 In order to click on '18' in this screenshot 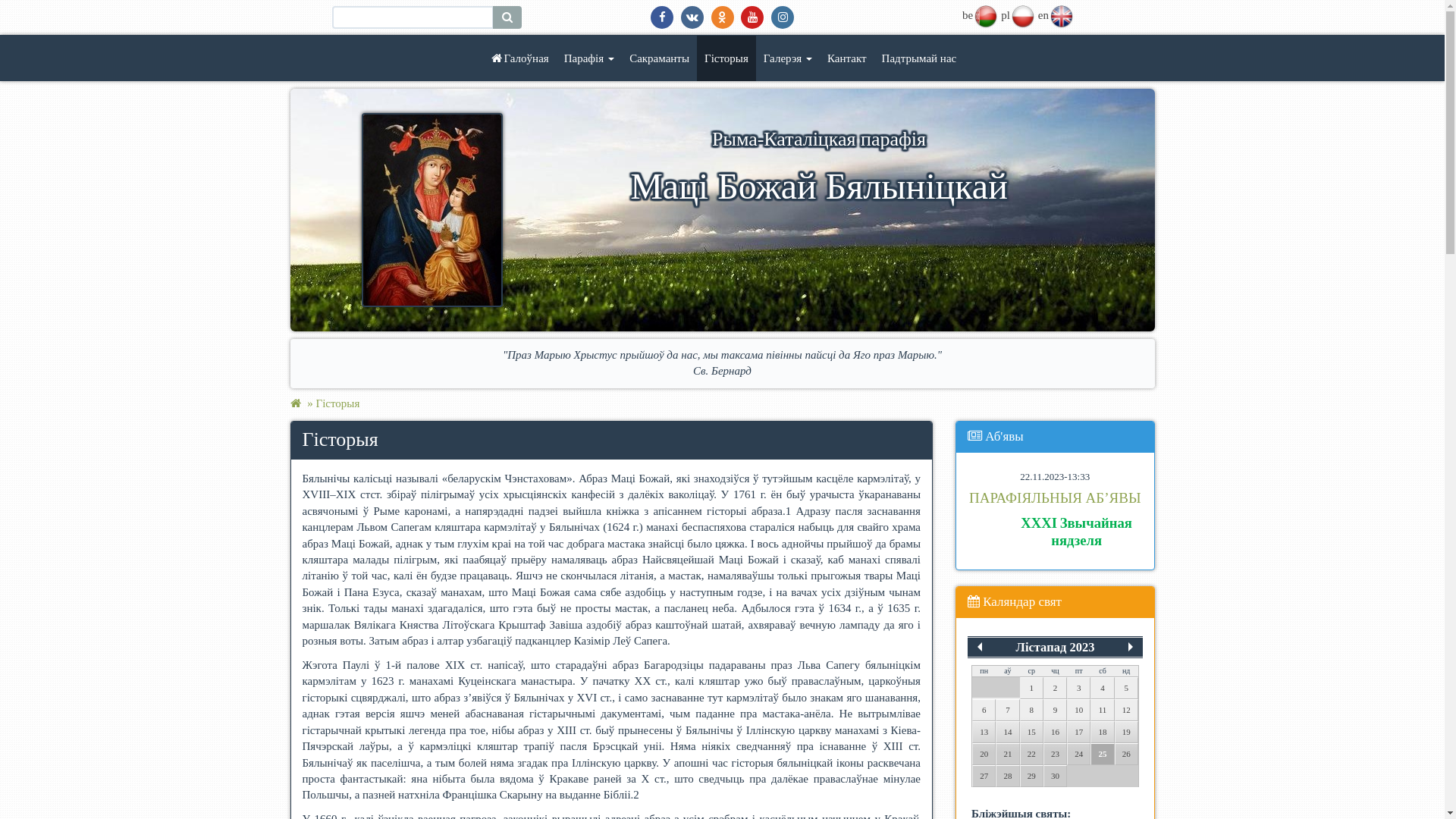, I will do `click(1102, 731)`.